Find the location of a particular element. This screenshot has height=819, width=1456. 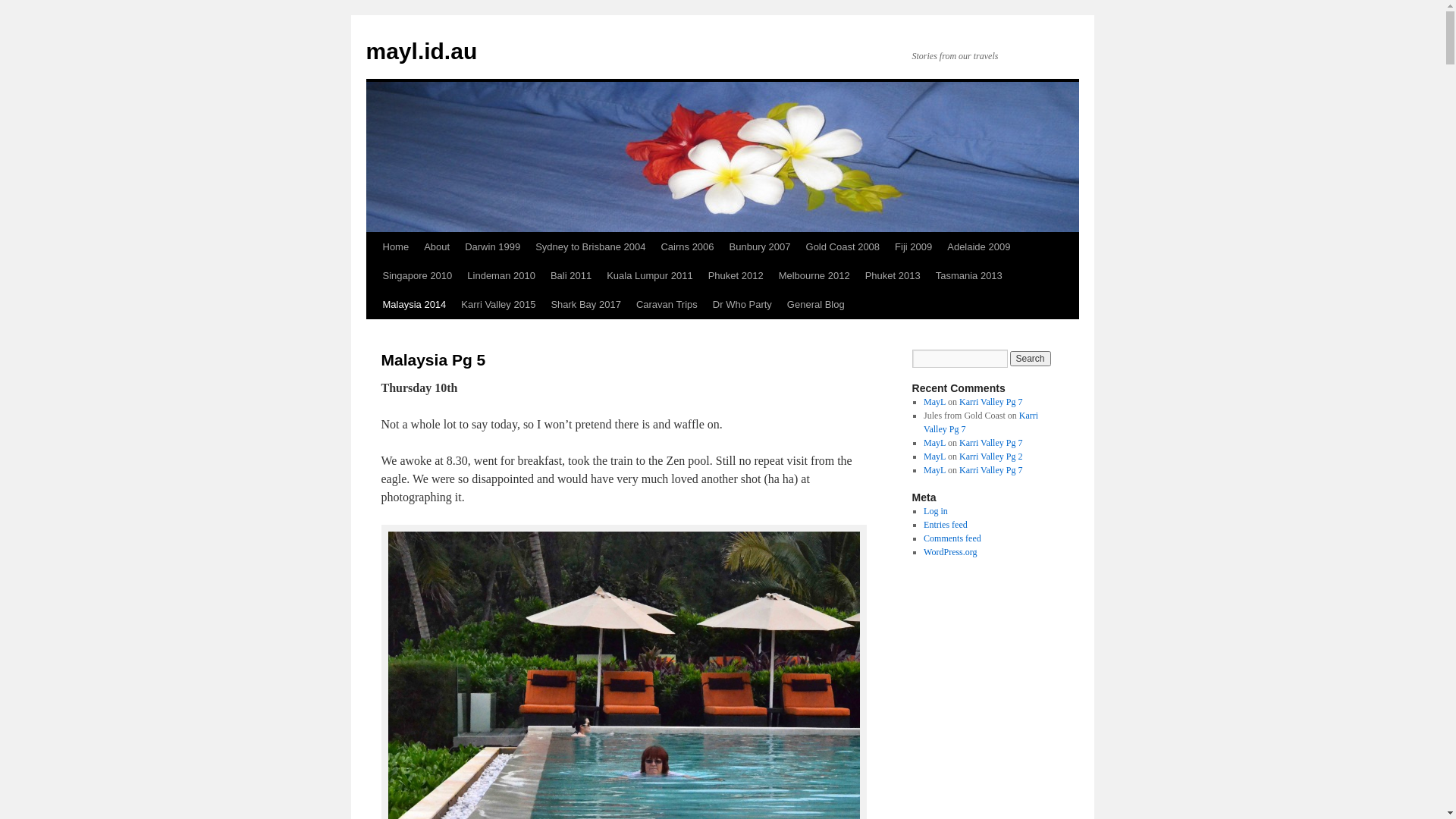

'Home' is located at coordinates (395, 246).